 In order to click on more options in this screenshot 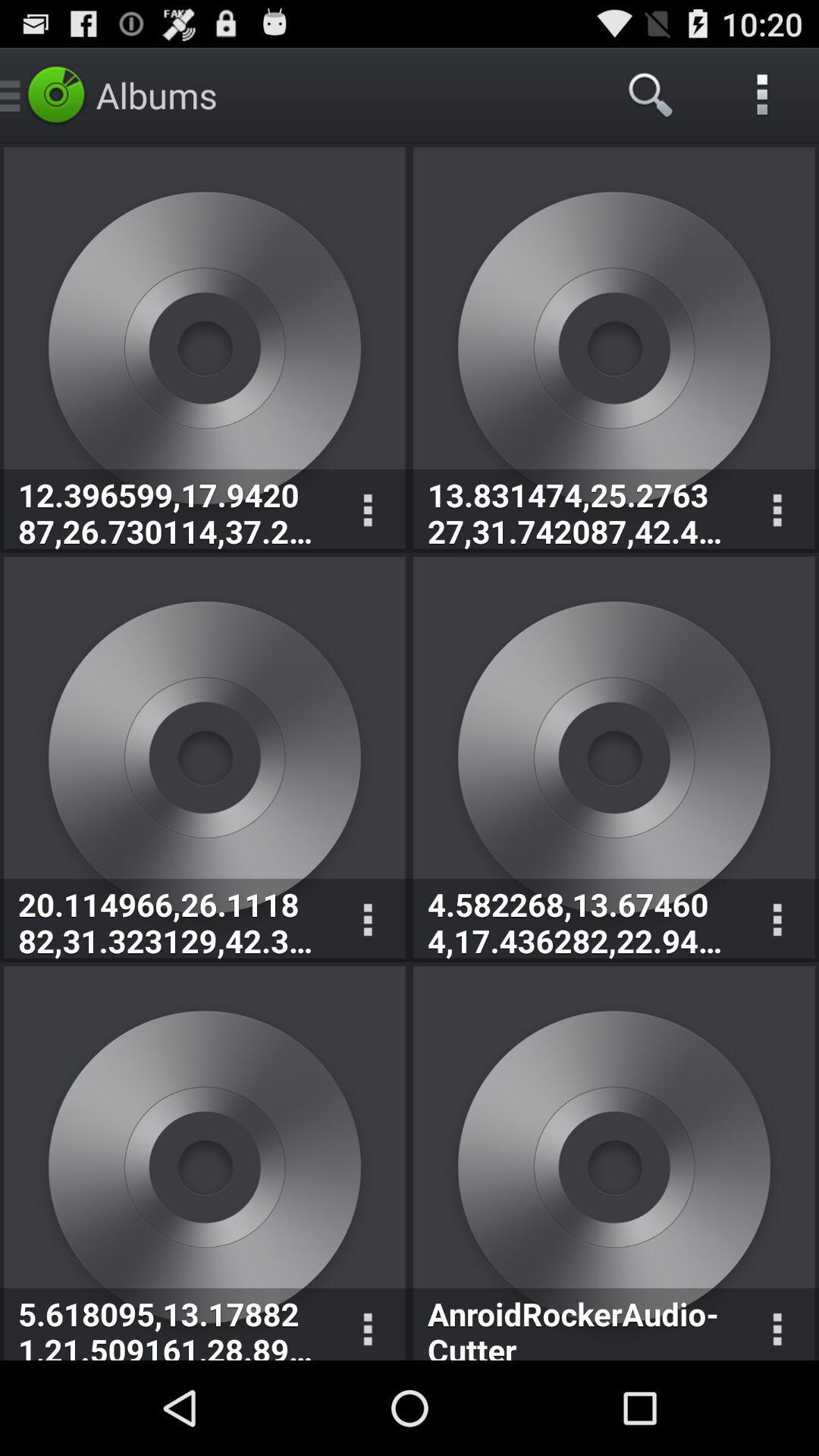, I will do `click(367, 919)`.